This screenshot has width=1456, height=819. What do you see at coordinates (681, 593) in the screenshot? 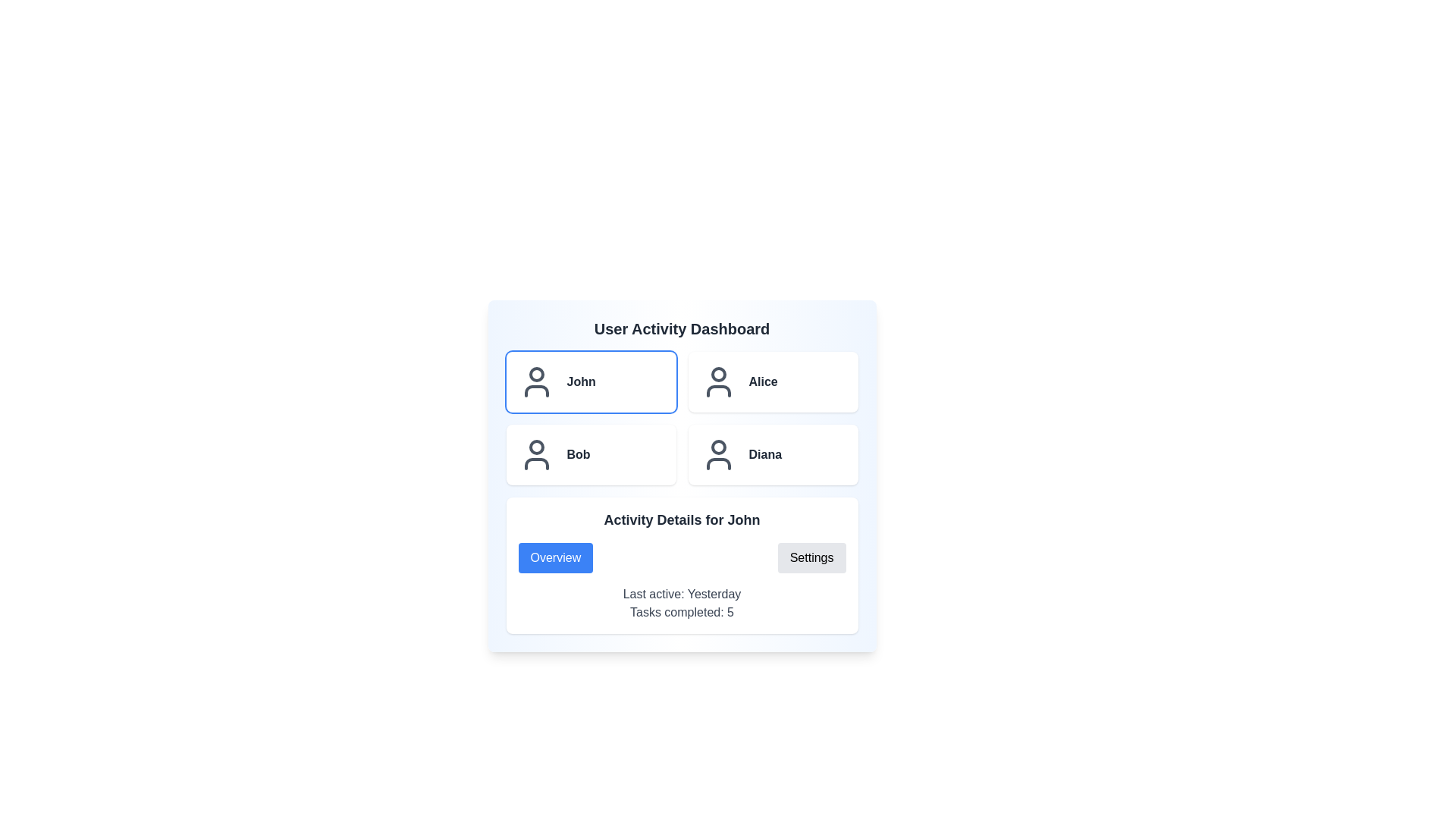
I see `the label displaying 'Last active: Yesterday', which is styled with gray text and is located within the 'Activity Details for John' section, just below the 'Overview' button` at bounding box center [681, 593].